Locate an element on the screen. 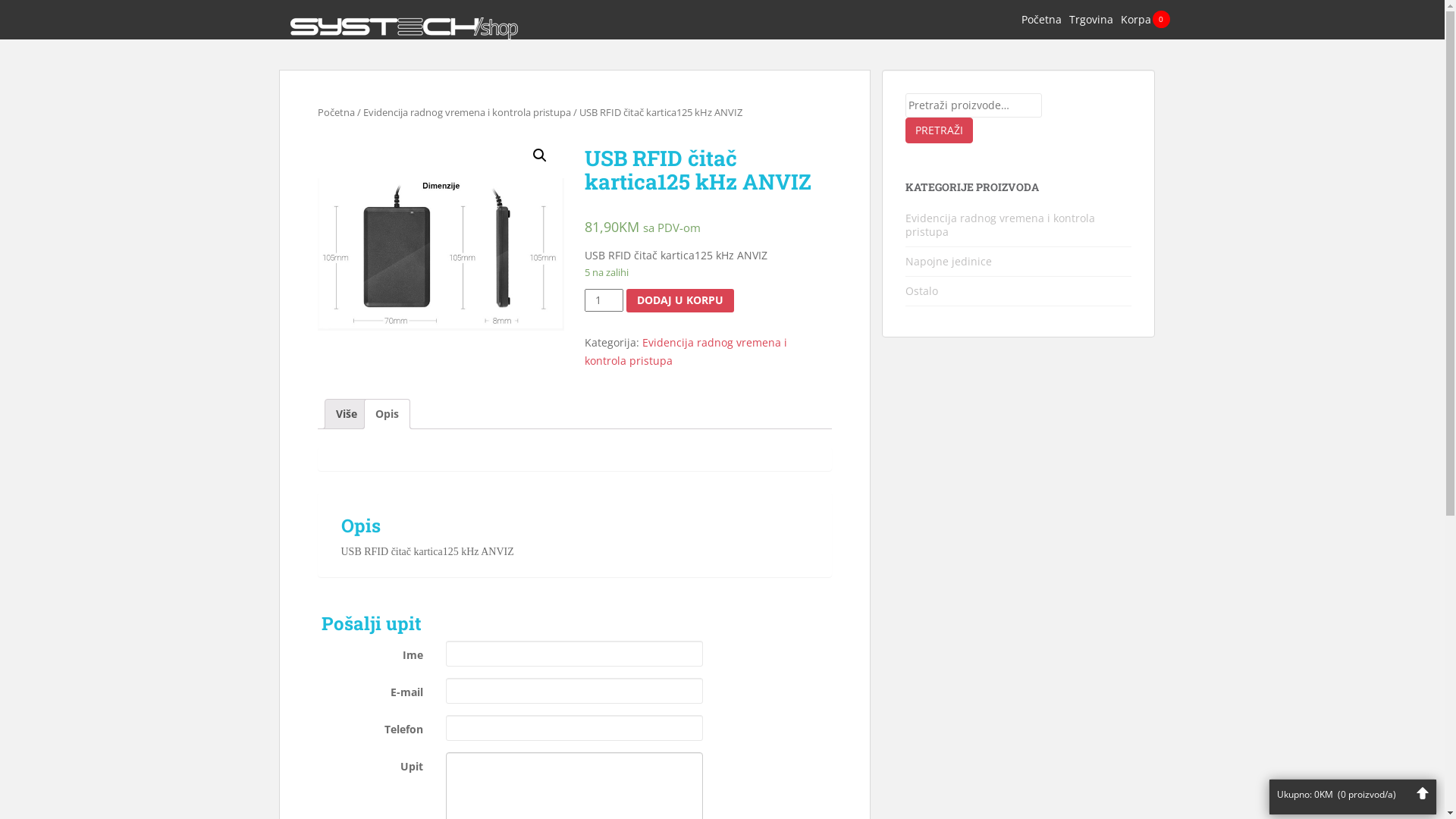 This screenshot has width=1456, height=819. 'Korpa' is located at coordinates (1135, 19).